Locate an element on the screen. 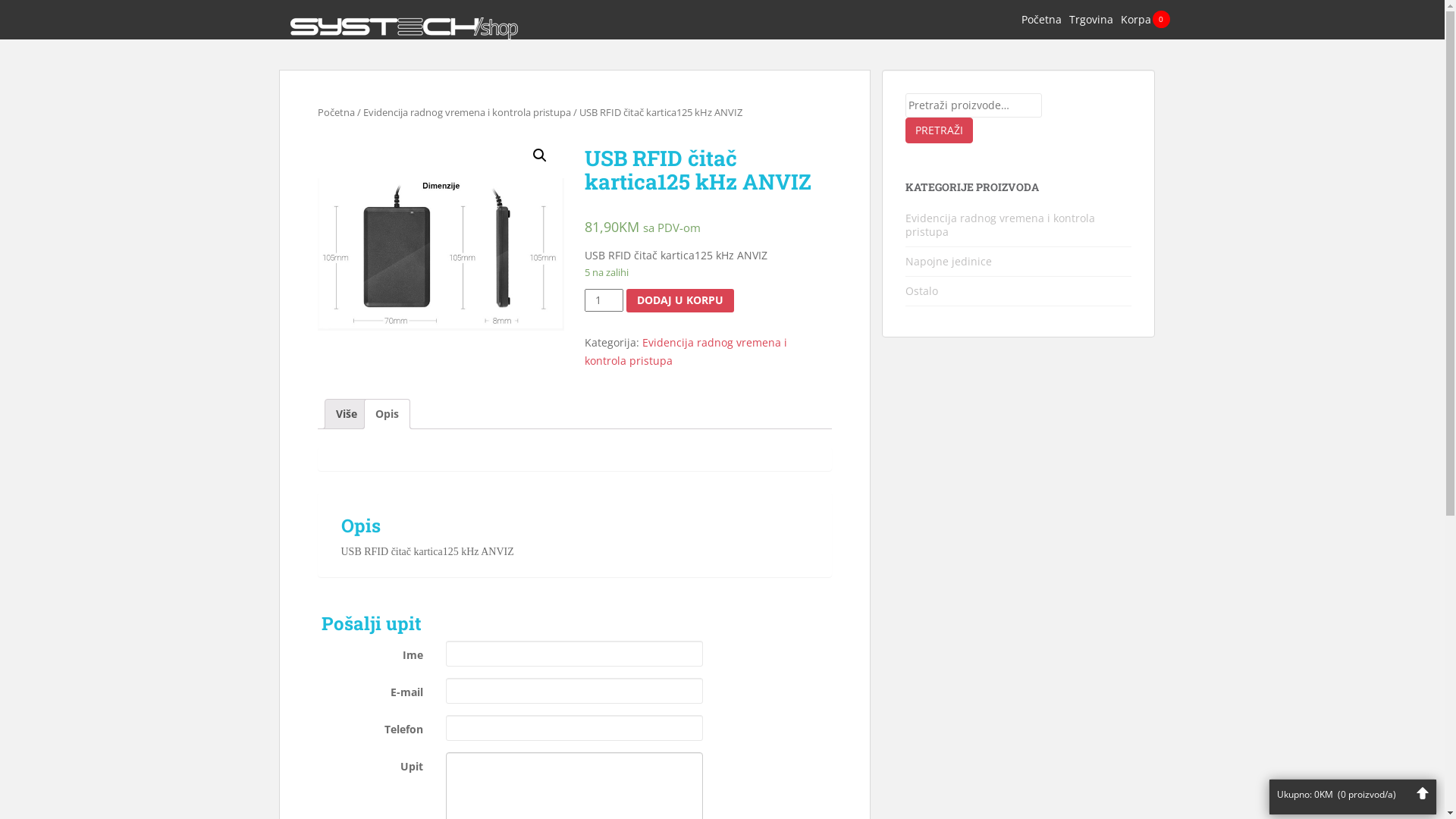 This screenshot has width=1456, height=819. 'Korpa' is located at coordinates (1135, 19).